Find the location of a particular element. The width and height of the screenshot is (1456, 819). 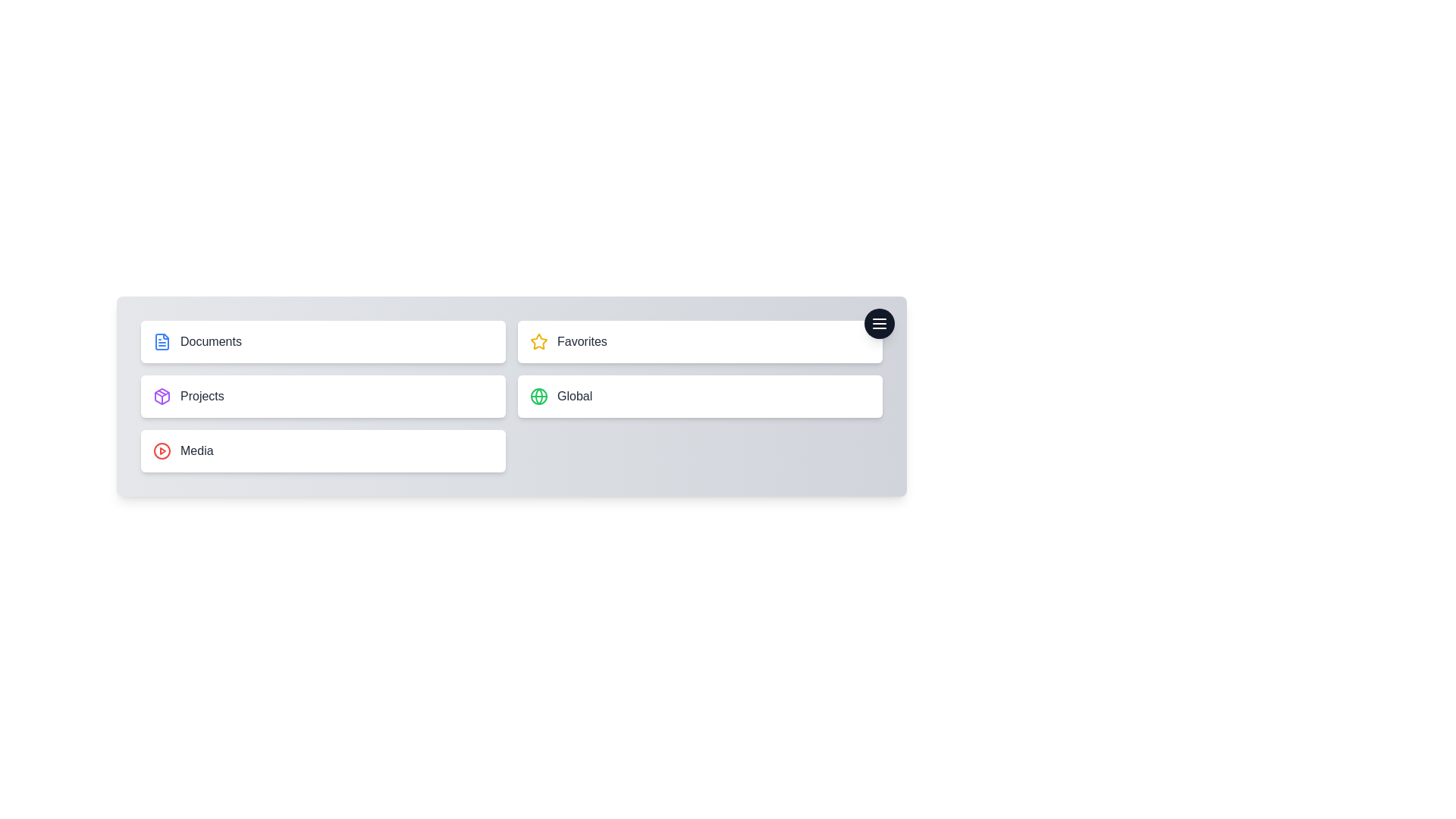

the menu item labeled Documents to preview its effects is located at coordinates (322, 342).